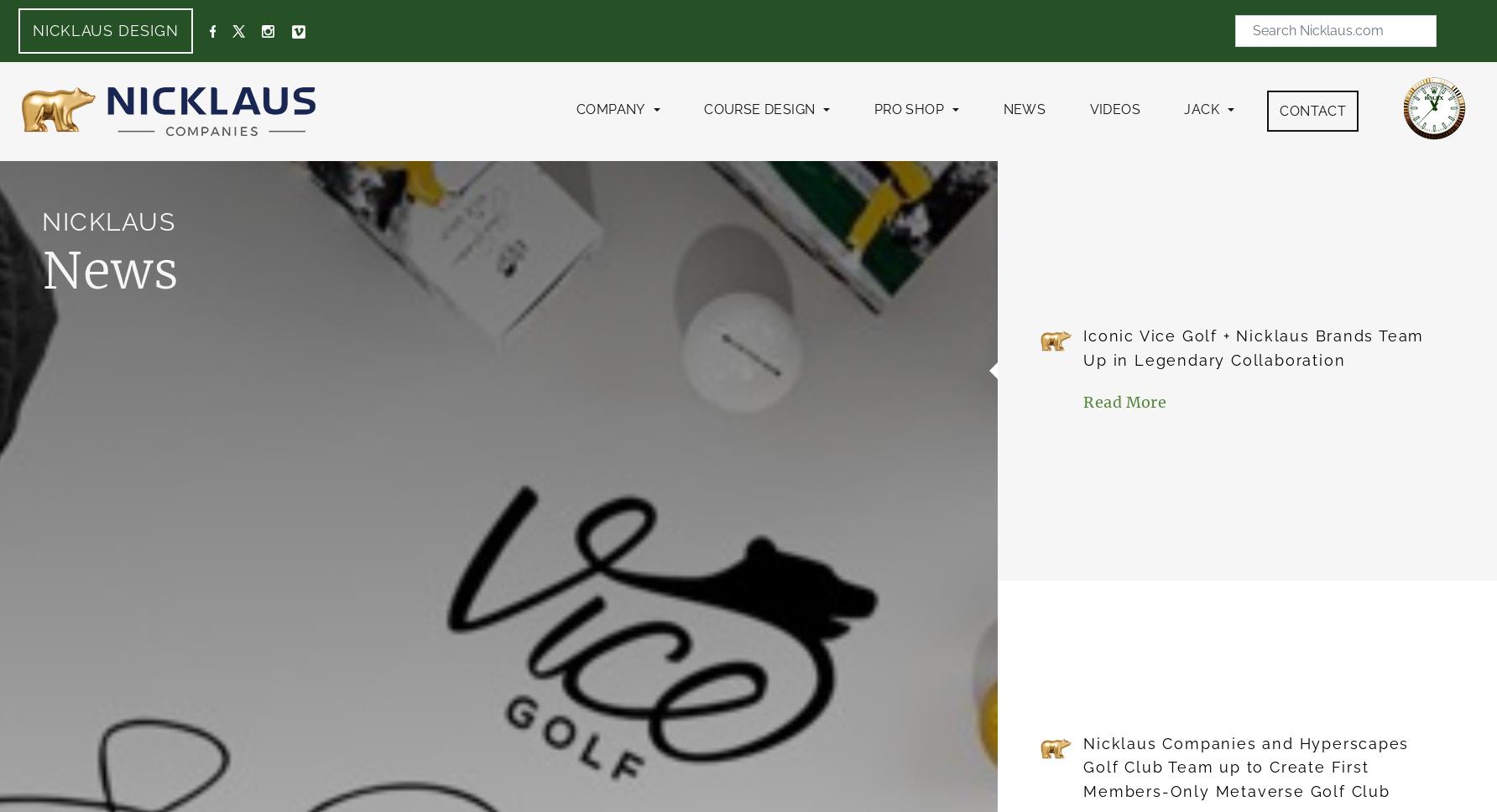 This screenshot has width=1497, height=812. I want to click on 'Nicklaus Companies and Hyperscapes Golf Club Team up to Create First Members-Only Metaverse Golf Club', so click(1245, 767).